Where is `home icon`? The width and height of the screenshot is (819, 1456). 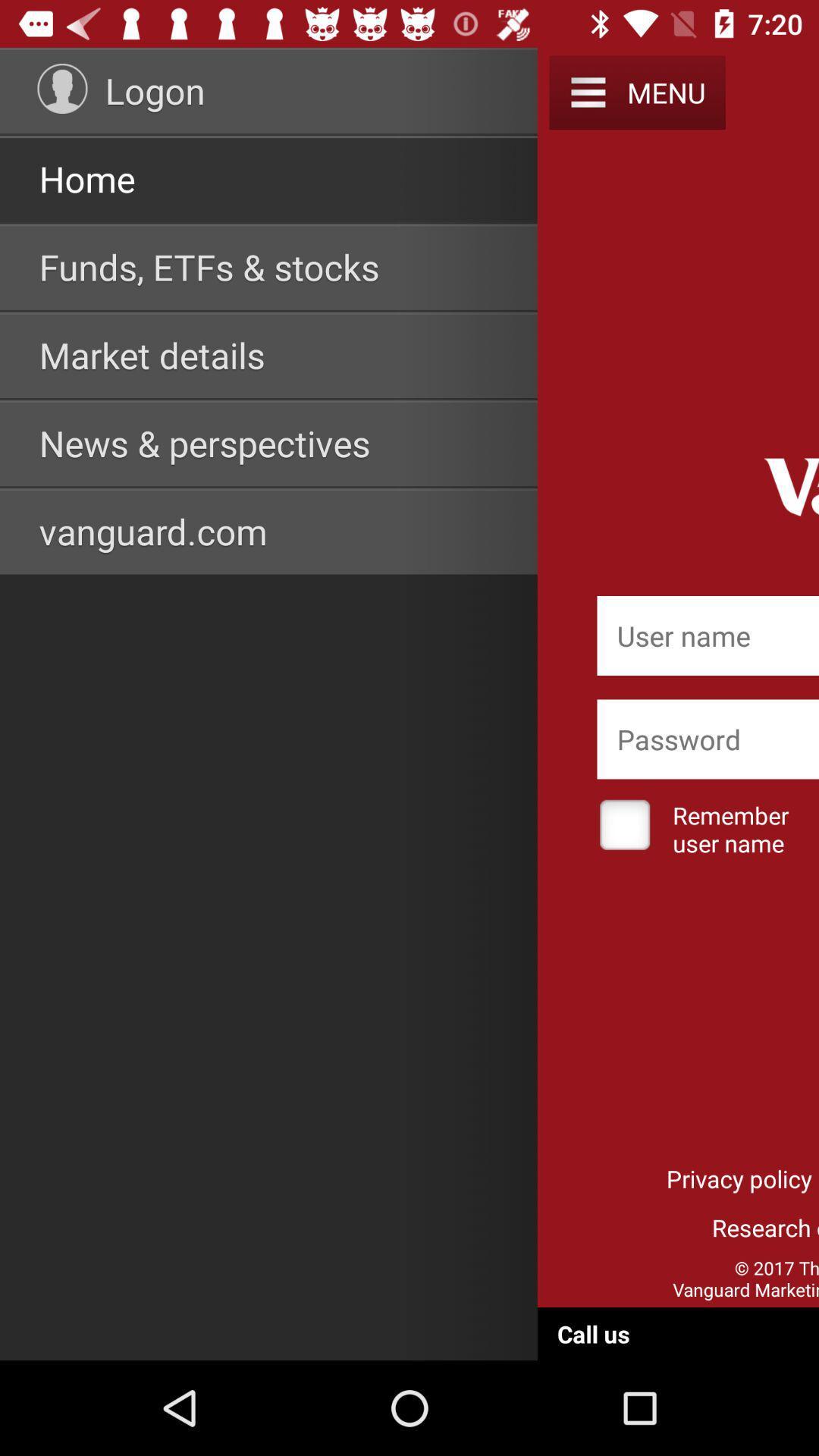
home icon is located at coordinates (87, 178).